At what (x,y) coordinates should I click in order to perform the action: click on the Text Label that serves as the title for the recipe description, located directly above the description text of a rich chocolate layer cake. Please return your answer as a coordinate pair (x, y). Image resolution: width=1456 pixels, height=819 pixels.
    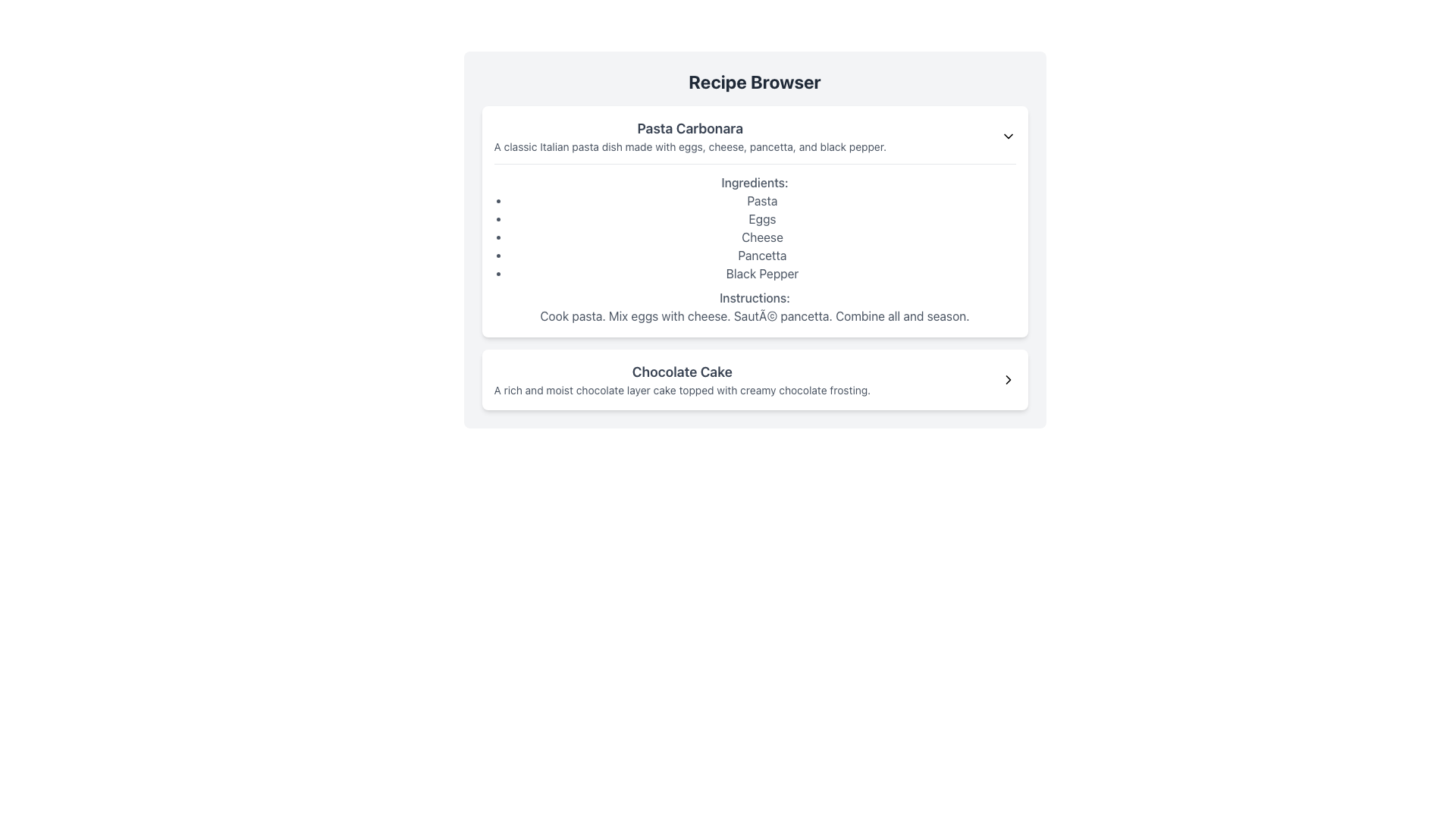
    Looking at the image, I should click on (681, 372).